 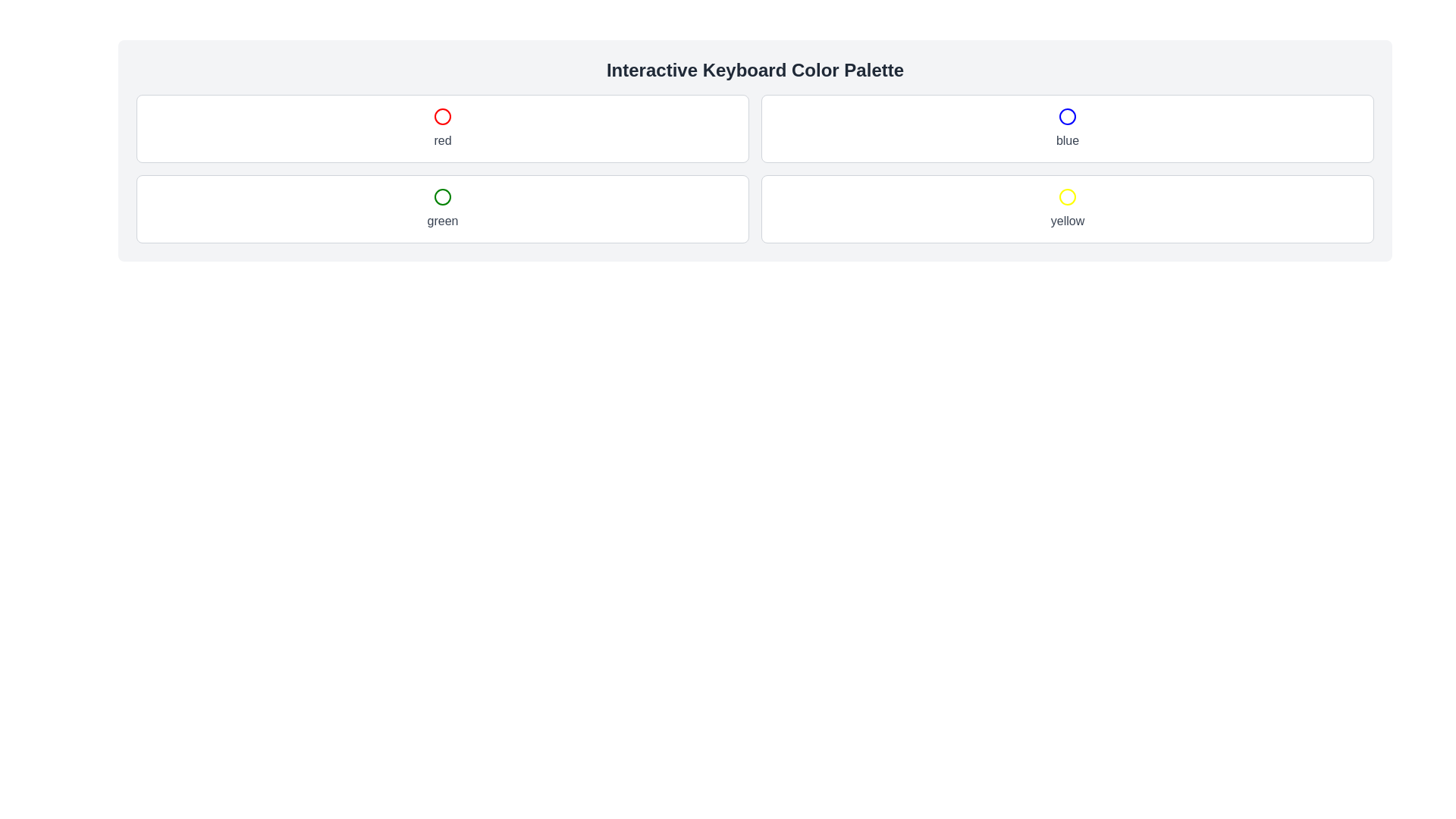 I want to click on the interactive card labeled 'red' with a red circular icon at the top, so click(x=442, y=127).